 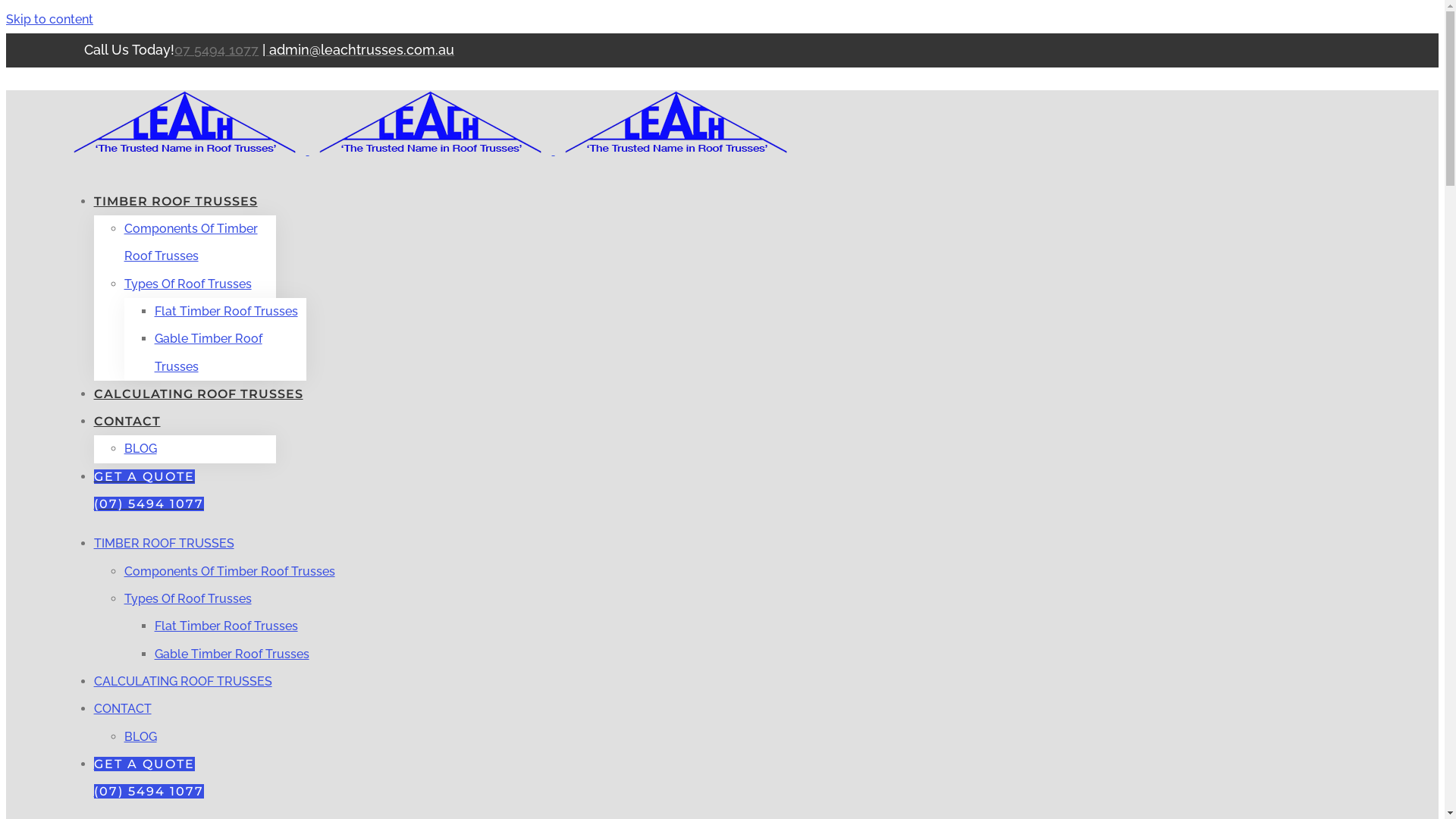 What do you see at coordinates (6, 19) in the screenshot?
I see `'Skip to content'` at bounding box center [6, 19].